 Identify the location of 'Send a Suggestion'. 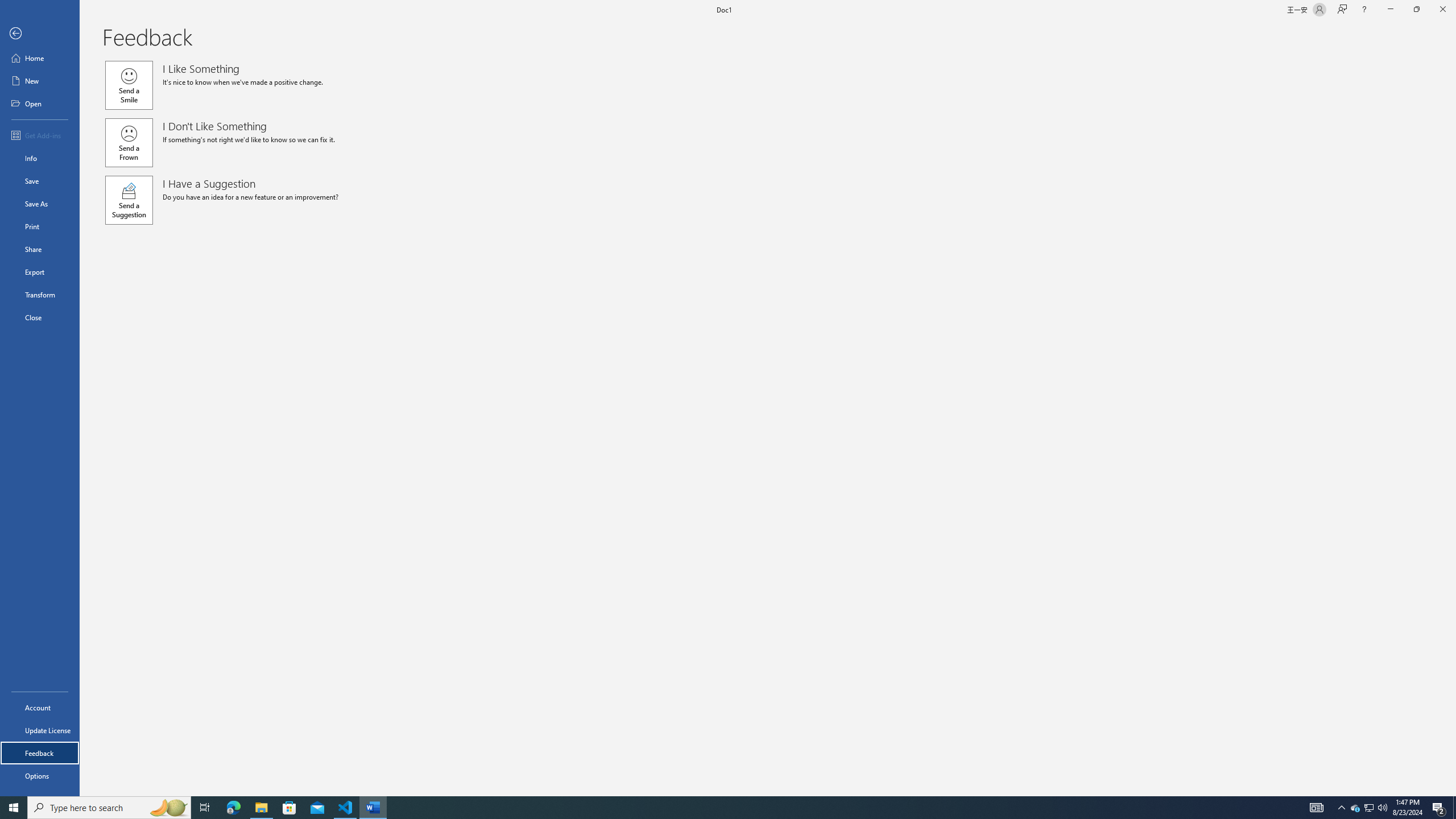
(128, 200).